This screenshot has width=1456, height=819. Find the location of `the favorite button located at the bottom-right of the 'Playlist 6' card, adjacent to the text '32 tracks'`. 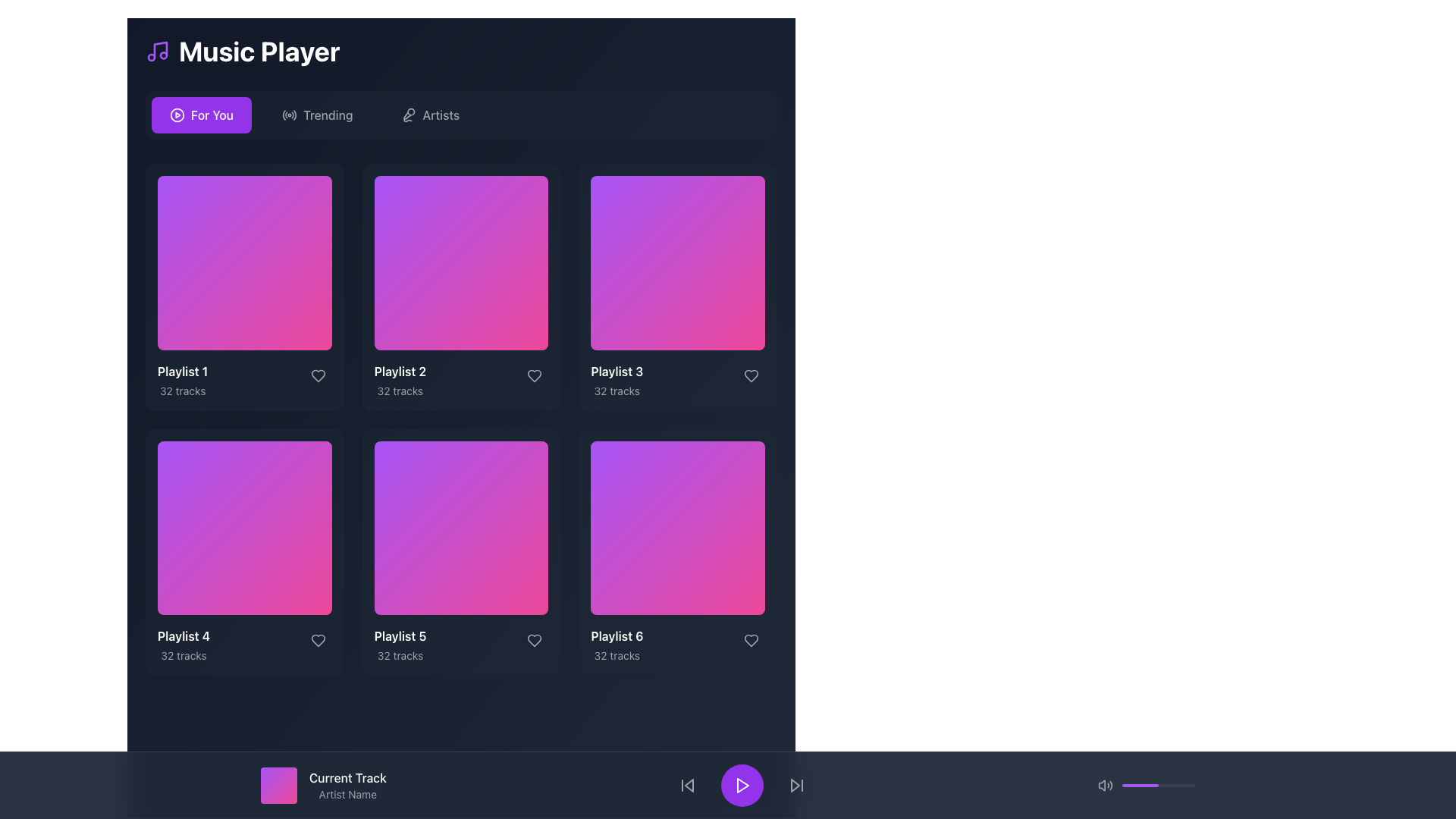

the favorite button located at the bottom-right of the 'Playlist 6' card, adjacent to the text '32 tracks' is located at coordinates (751, 641).